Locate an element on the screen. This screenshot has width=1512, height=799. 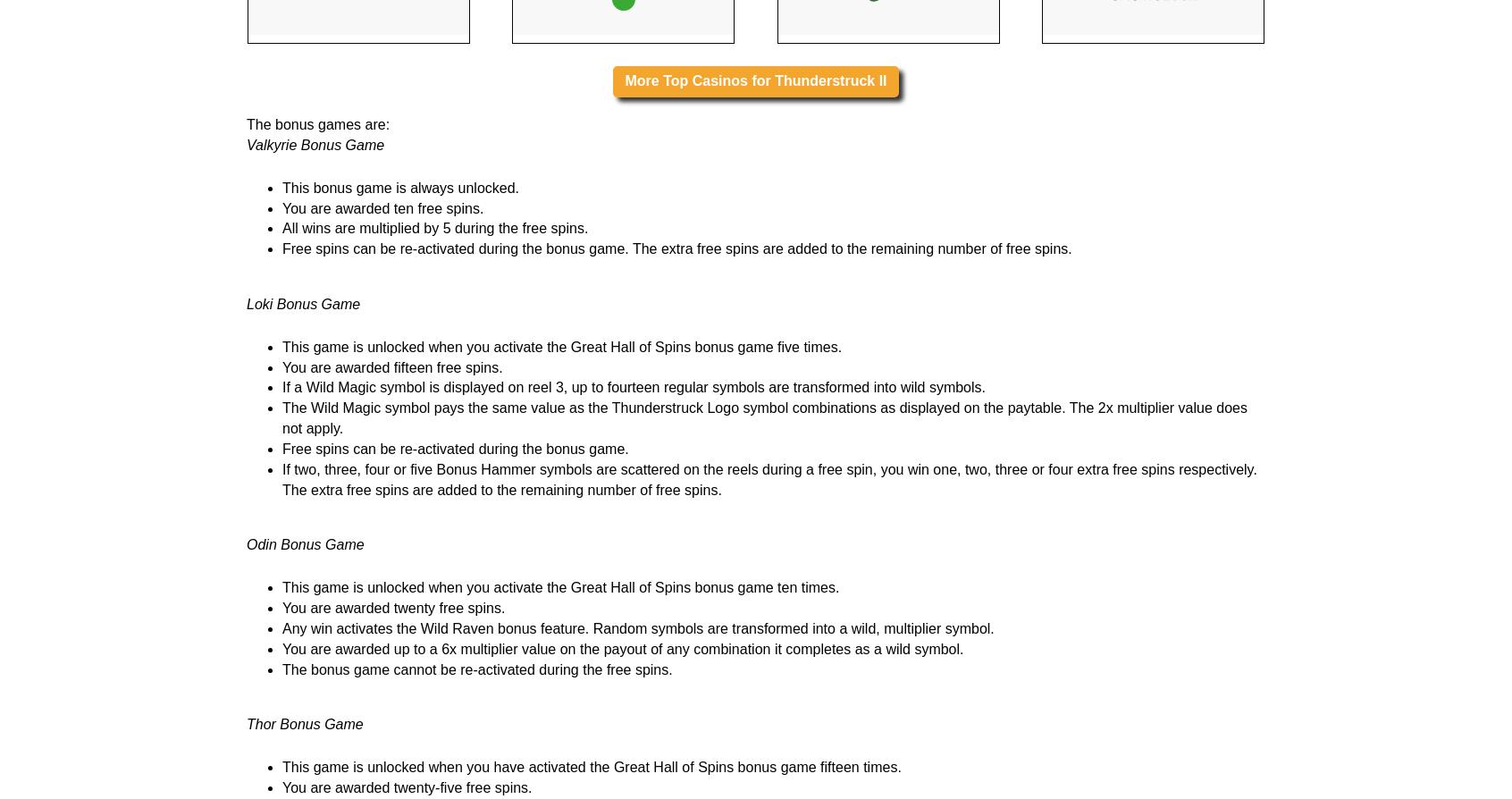
'More Top Casinos for Thunderstruck II' is located at coordinates (755, 304).